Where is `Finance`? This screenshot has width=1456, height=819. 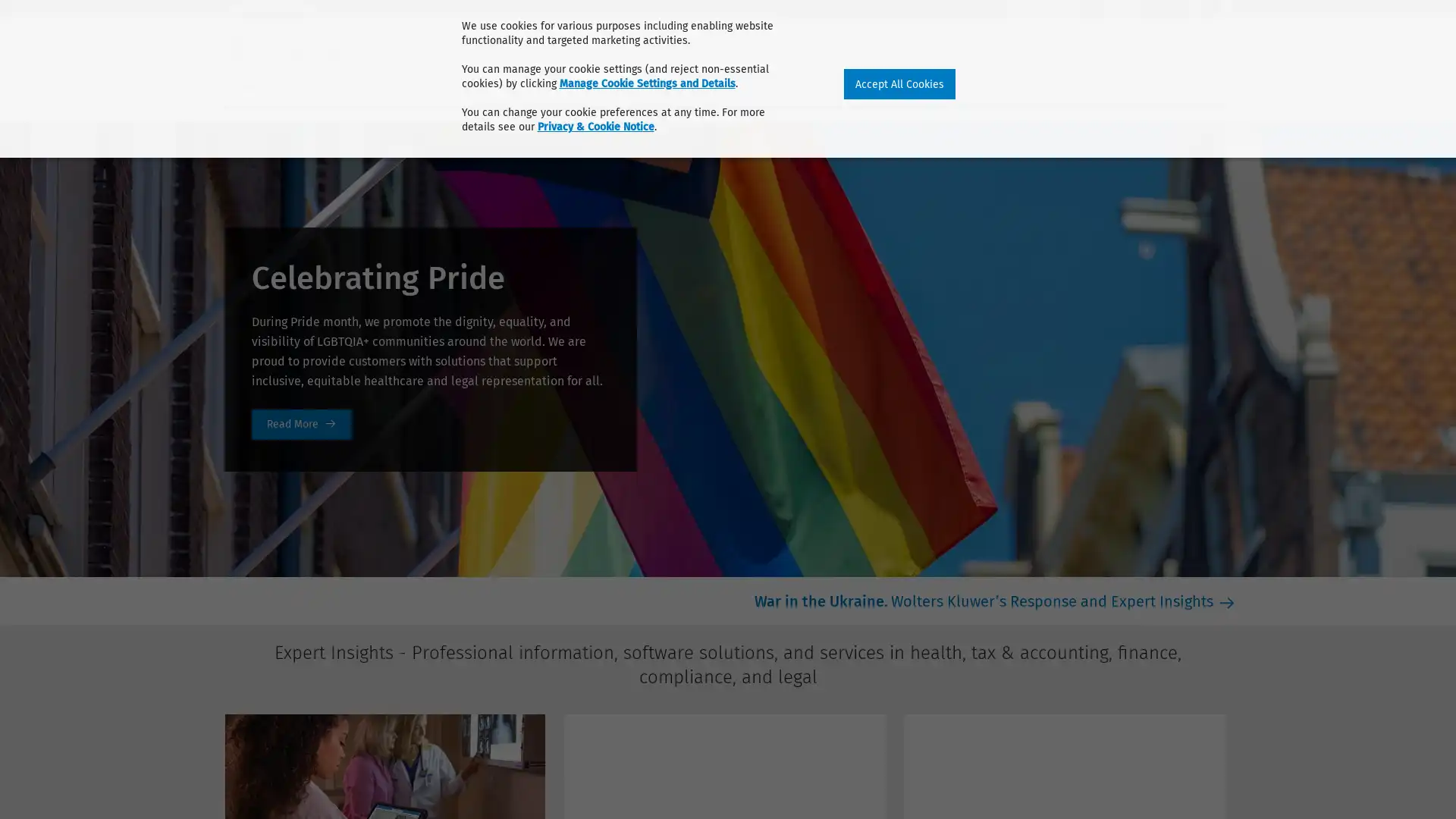 Finance is located at coordinates (476, 85).